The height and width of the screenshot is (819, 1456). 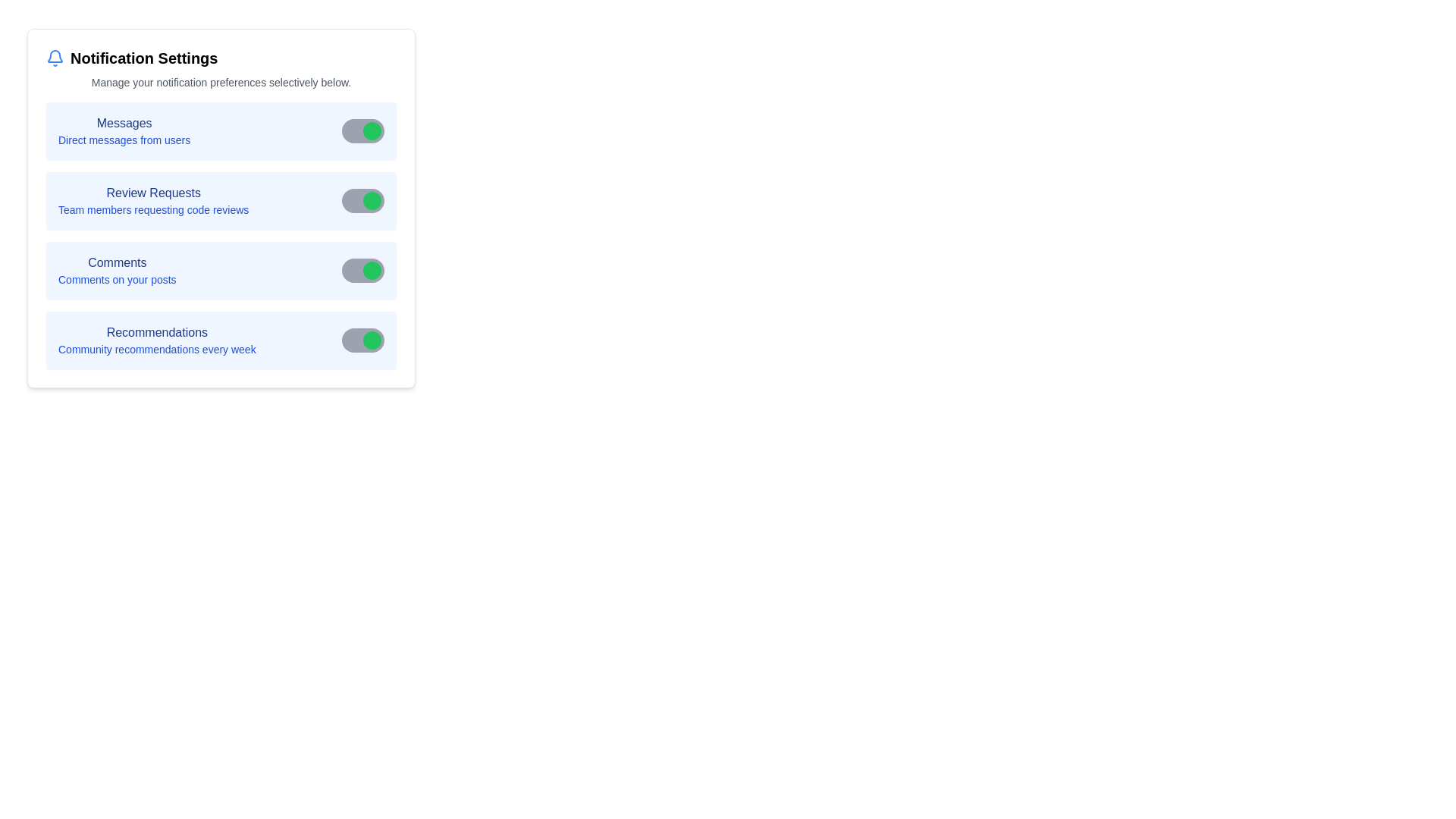 I want to click on the 'Comments' text label in blue, which is located in the third row of options within the 'Notification Settings' card, directly above 'Comments on your posts', so click(x=116, y=262).